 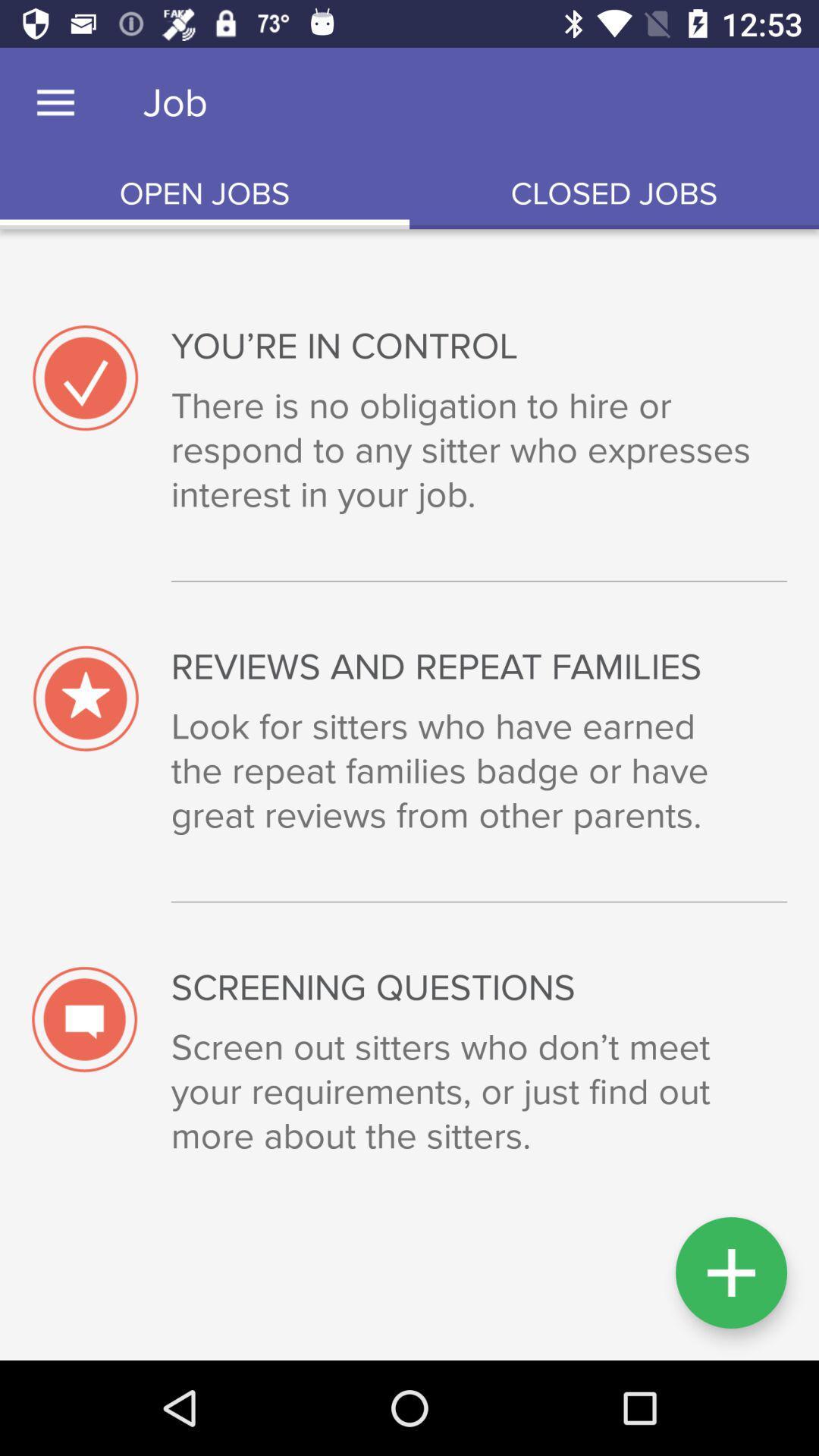 I want to click on account, so click(x=730, y=1272).